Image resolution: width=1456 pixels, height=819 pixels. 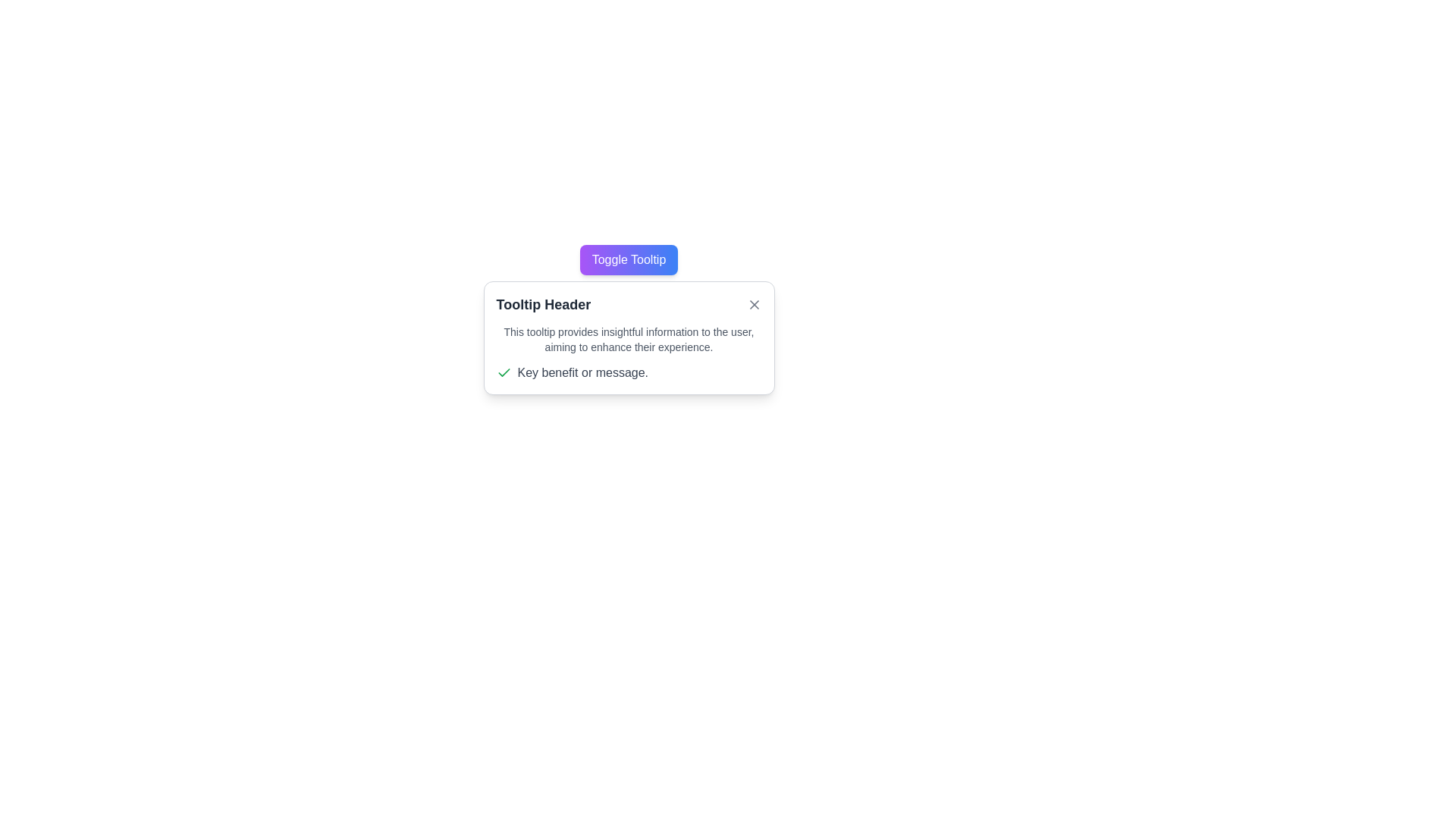 I want to click on the confirmation icon located in the tooltip section adjacent to the descriptive text, so click(x=504, y=373).